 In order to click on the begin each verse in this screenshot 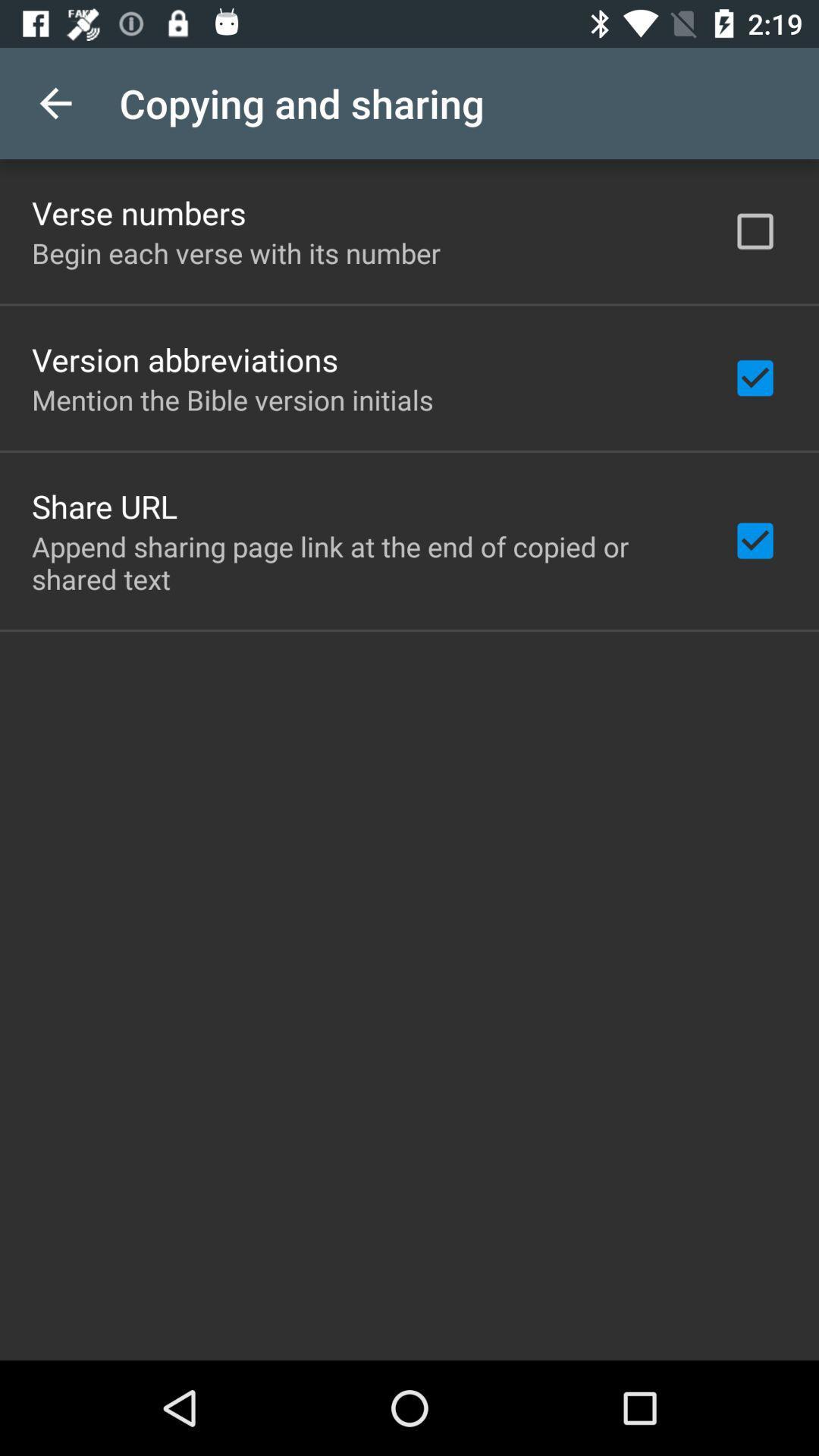, I will do `click(236, 253)`.